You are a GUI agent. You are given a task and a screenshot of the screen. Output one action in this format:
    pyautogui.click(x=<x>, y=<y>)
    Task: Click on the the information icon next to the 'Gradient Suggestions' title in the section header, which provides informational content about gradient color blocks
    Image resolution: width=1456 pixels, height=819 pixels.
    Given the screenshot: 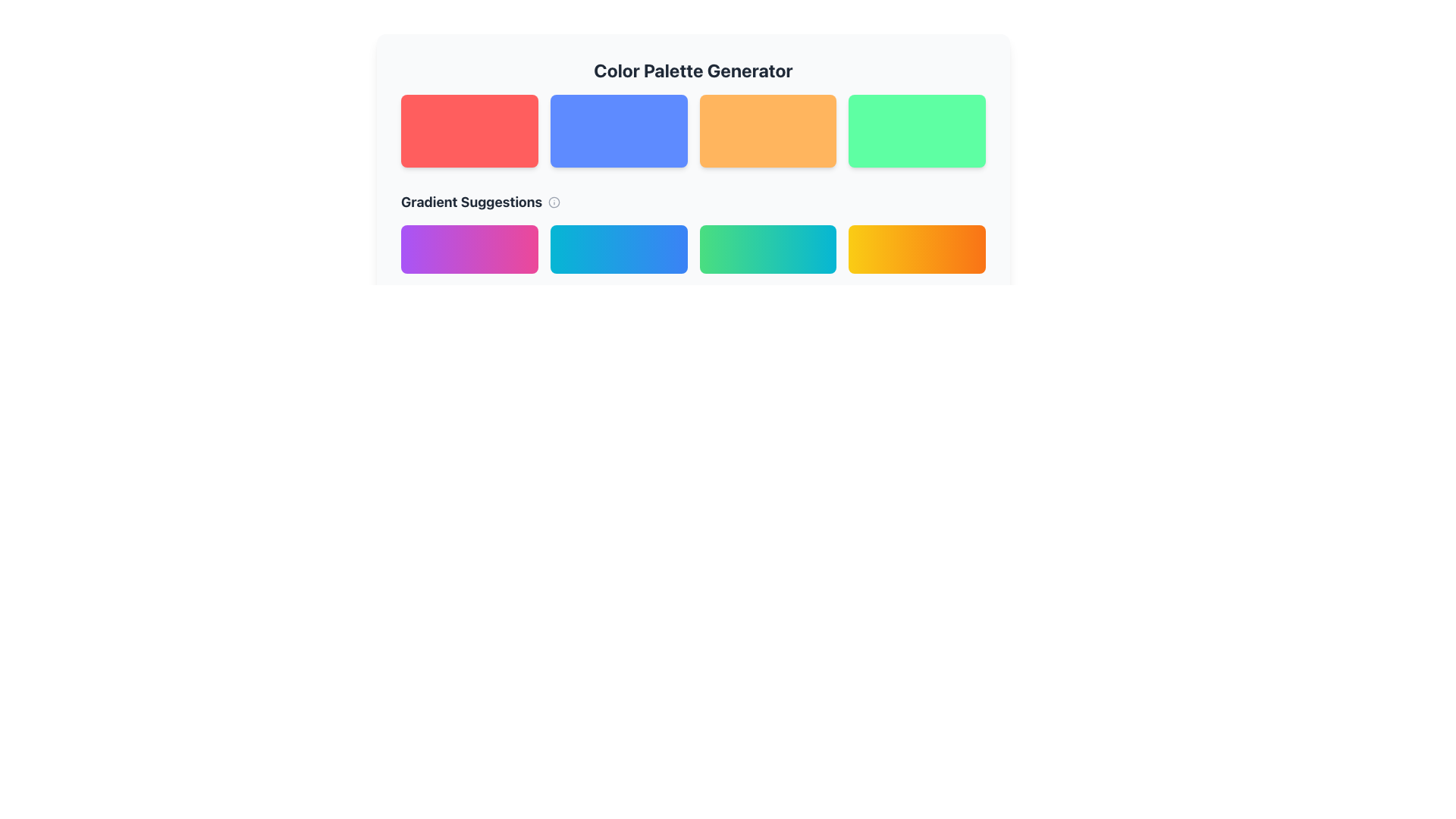 What is the action you would take?
    pyautogui.click(x=692, y=233)
    